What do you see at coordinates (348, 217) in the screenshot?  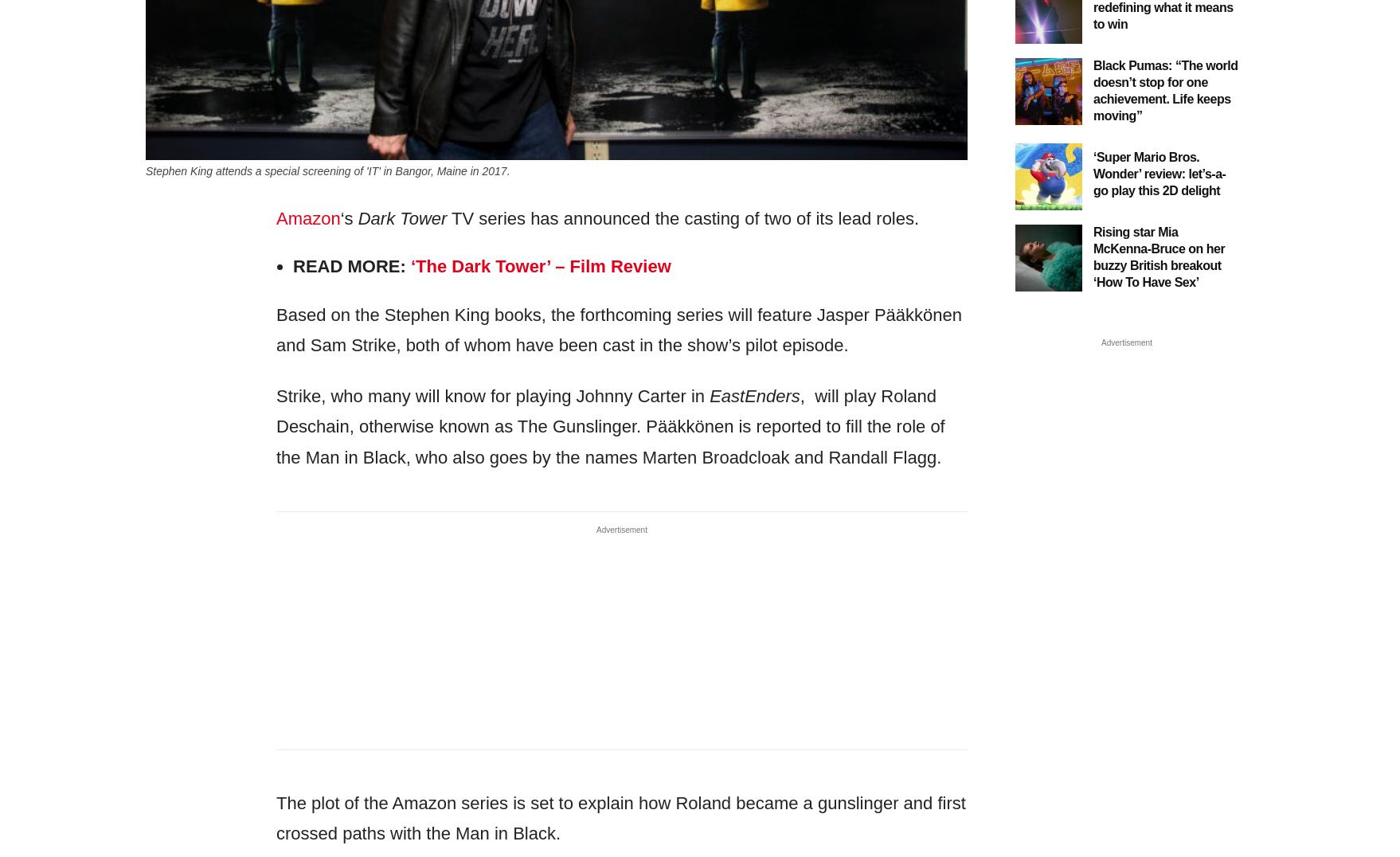 I see `'‘s'` at bounding box center [348, 217].